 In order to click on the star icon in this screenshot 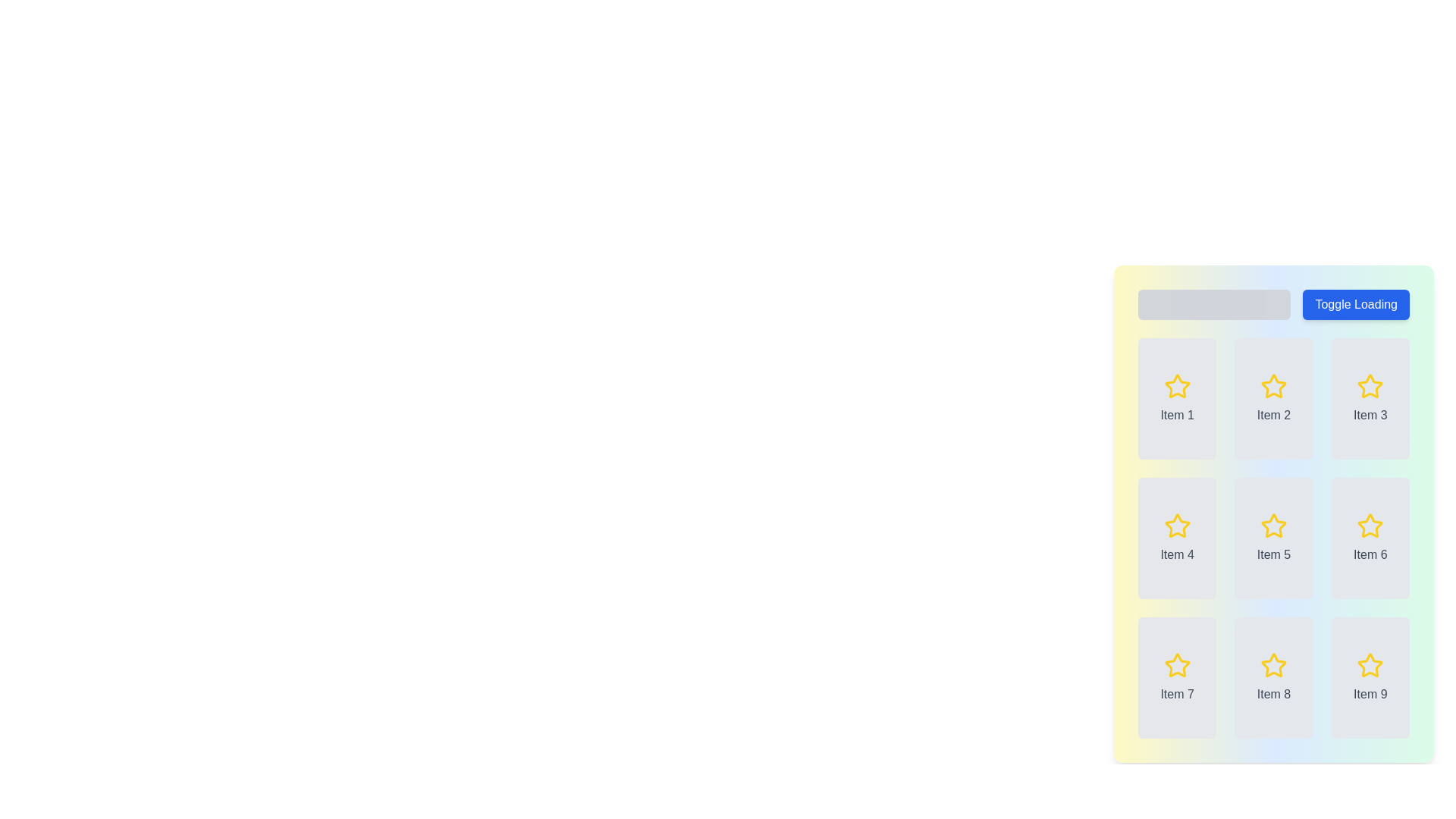, I will do `click(1274, 526)`.